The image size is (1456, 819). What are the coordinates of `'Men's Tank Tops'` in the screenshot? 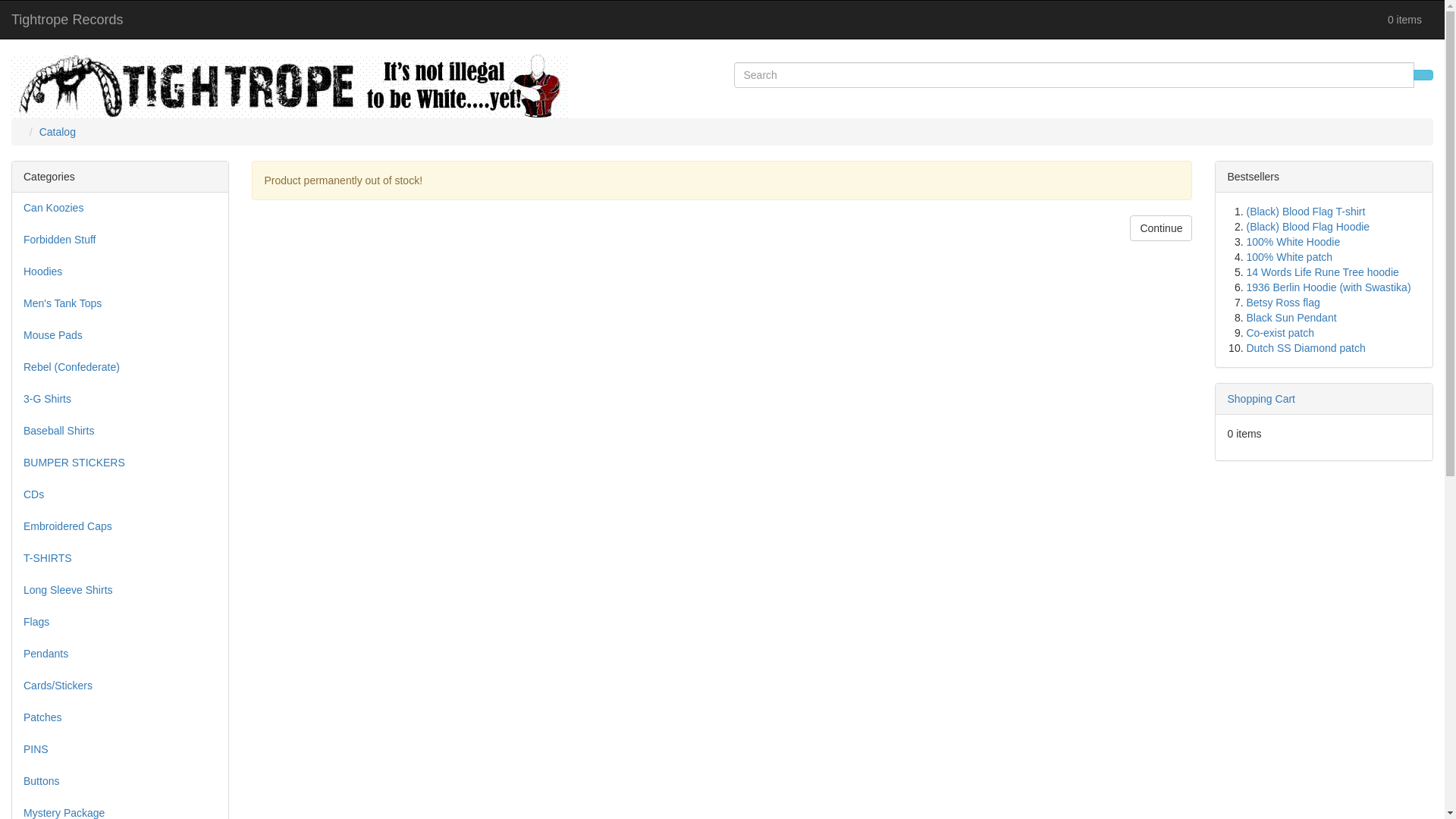 It's located at (119, 303).